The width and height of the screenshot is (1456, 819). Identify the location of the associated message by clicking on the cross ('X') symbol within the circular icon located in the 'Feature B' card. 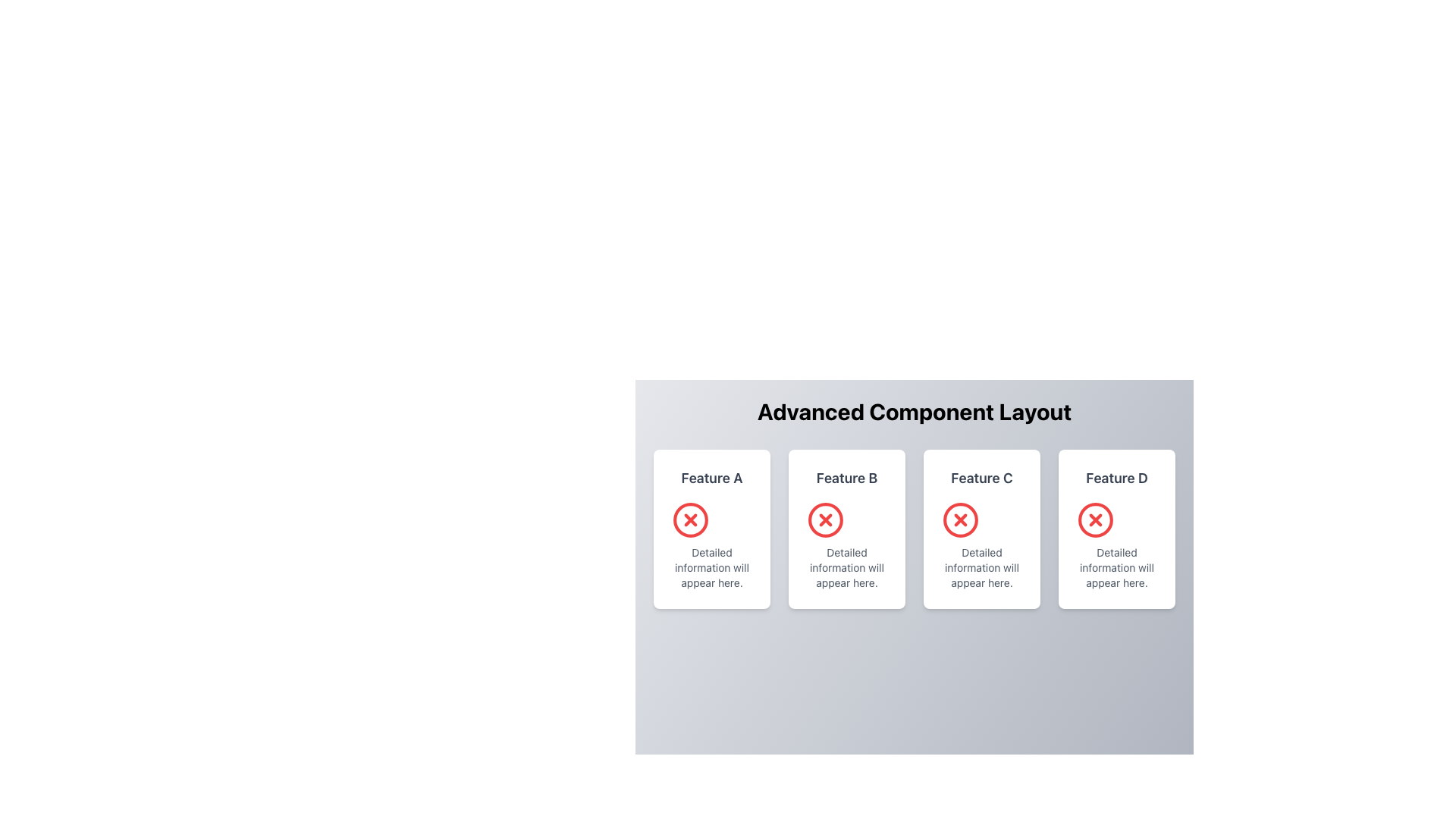
(825, 519).